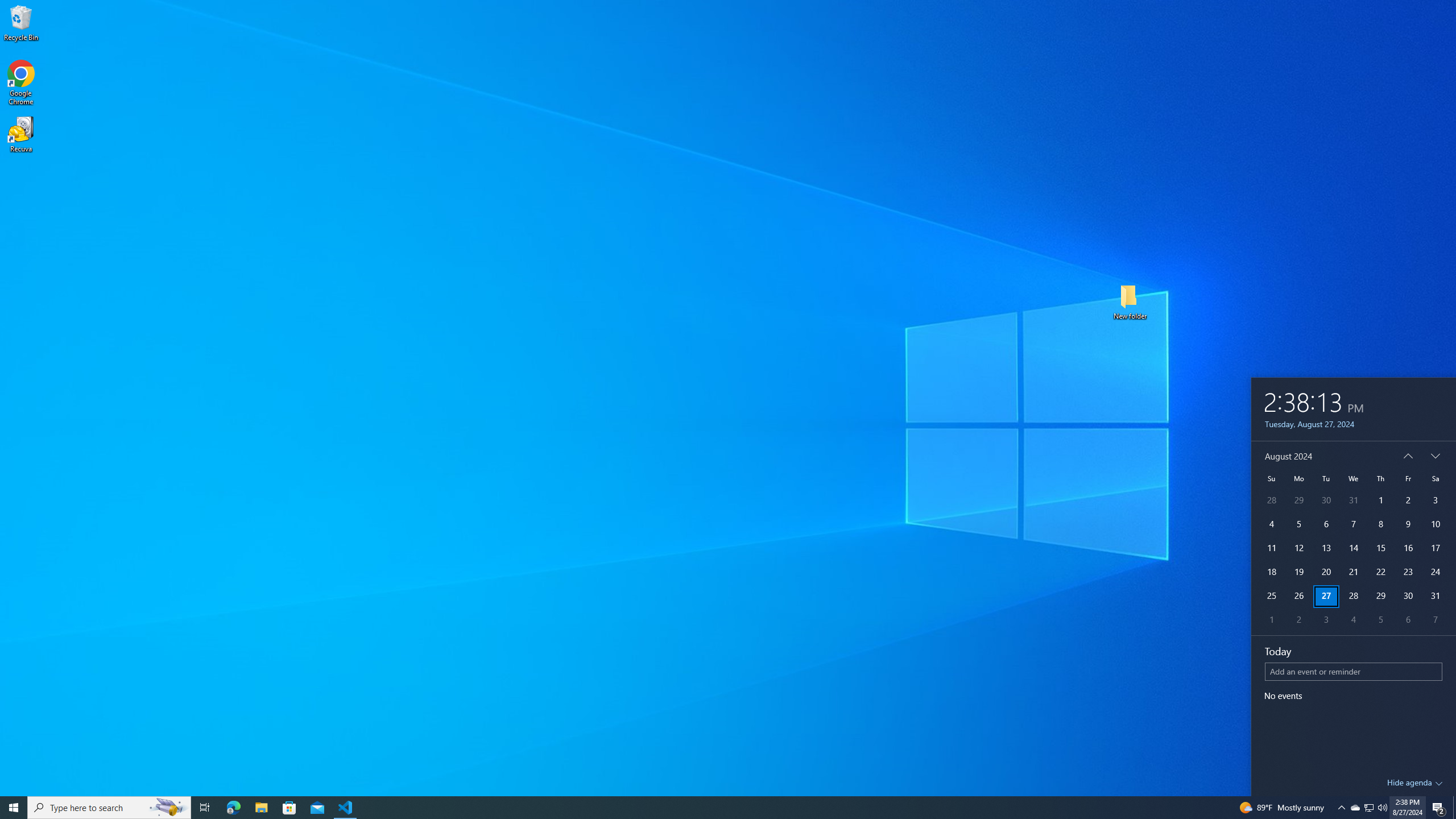  What do you see at coordinates (345, 806) in the screenshot?
I see `'Visual Studio Code - 1 running window'` at bounding box center [345, 806].